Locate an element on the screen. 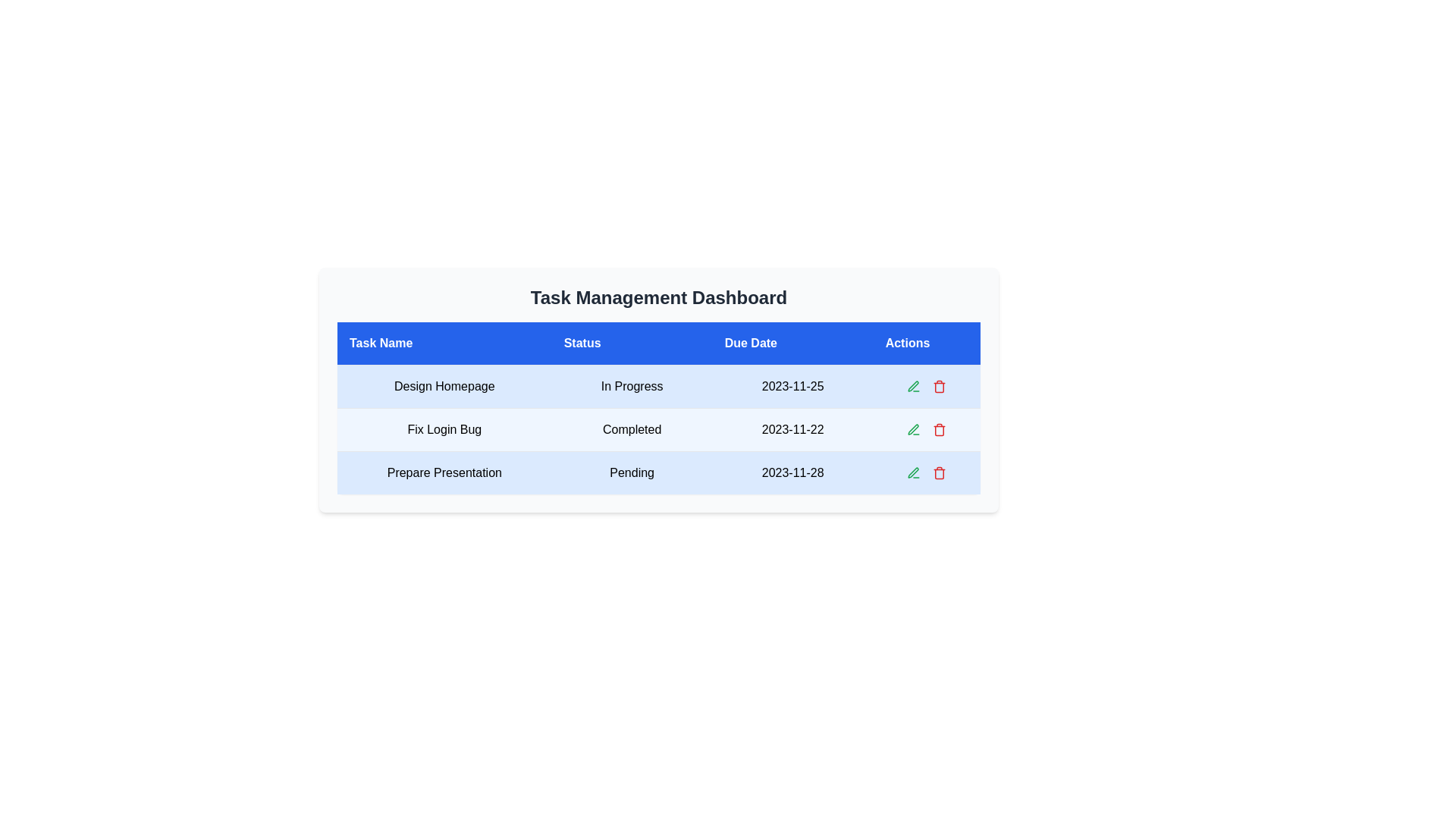 The height and width of the screenshot is (819, 1456). the text displaying the date '2023-11-22' in the 'Due Date' column of the table for the task 'Fix Login Bug' is located at coordinates (792, 430).